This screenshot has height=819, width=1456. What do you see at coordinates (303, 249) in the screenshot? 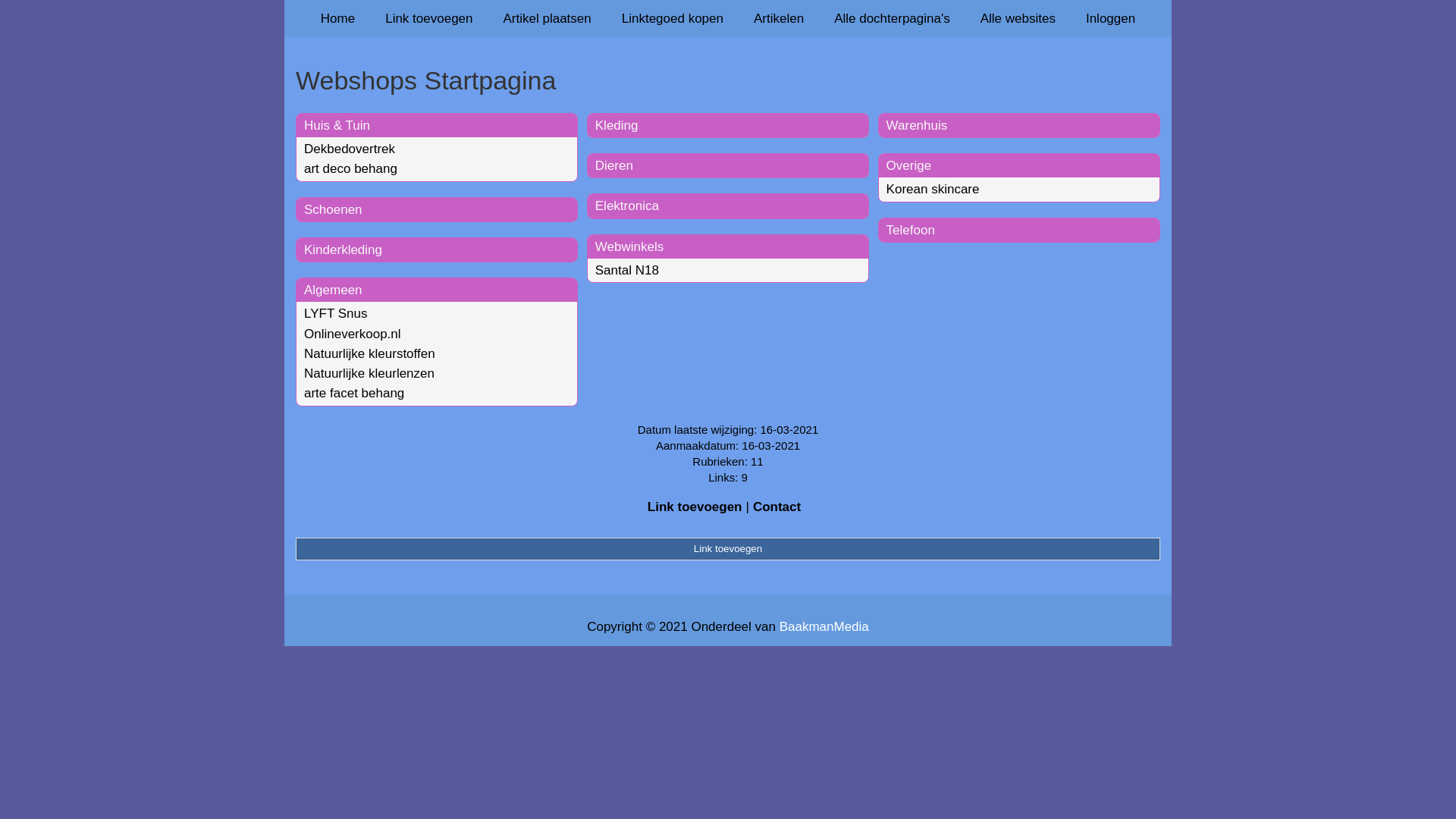
I see `'Kinderkleding'` at bounding box center [303, 249].